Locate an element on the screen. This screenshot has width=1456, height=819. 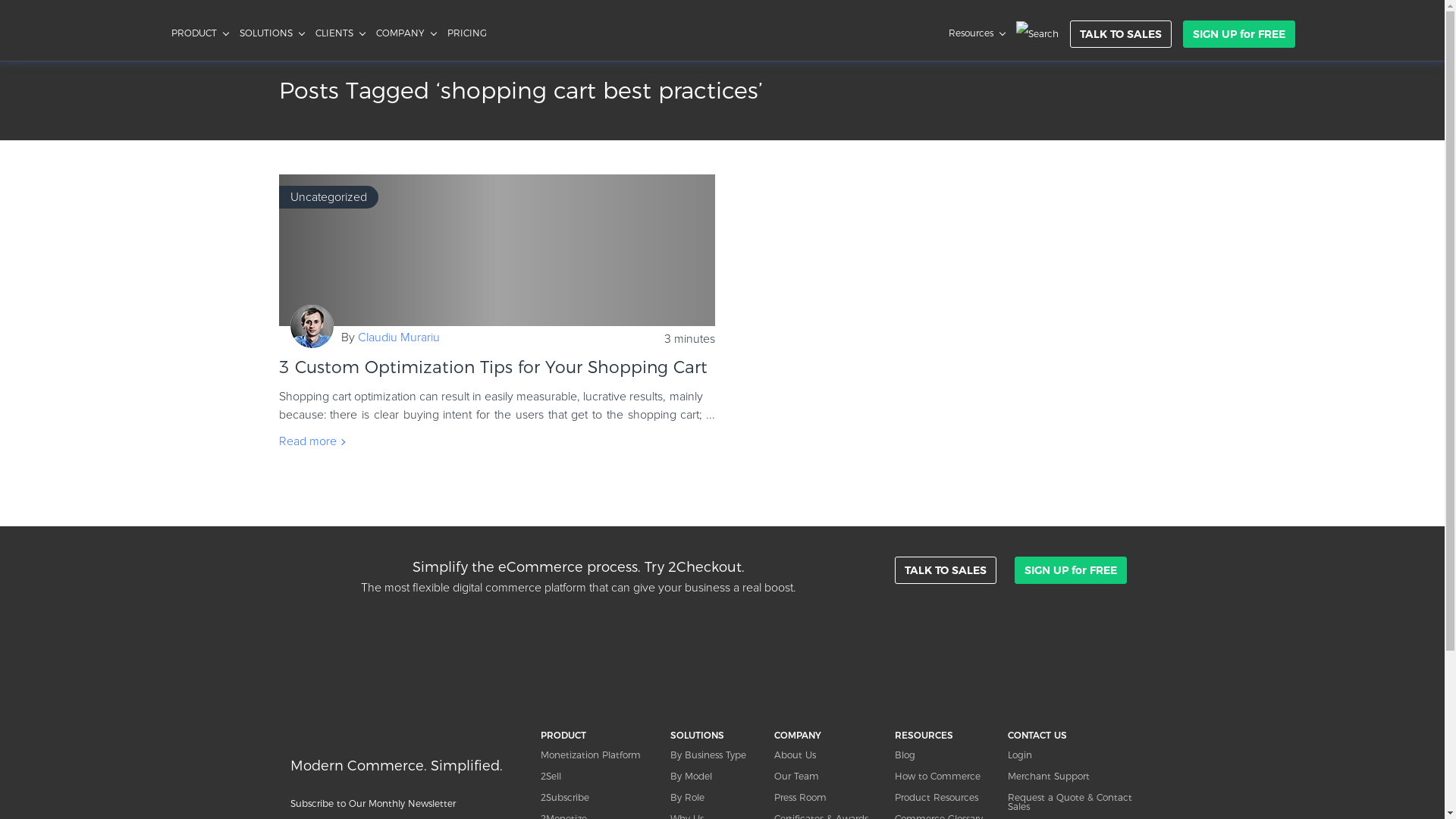
'TALK TO SALES' is located at coordinates (945, 570).